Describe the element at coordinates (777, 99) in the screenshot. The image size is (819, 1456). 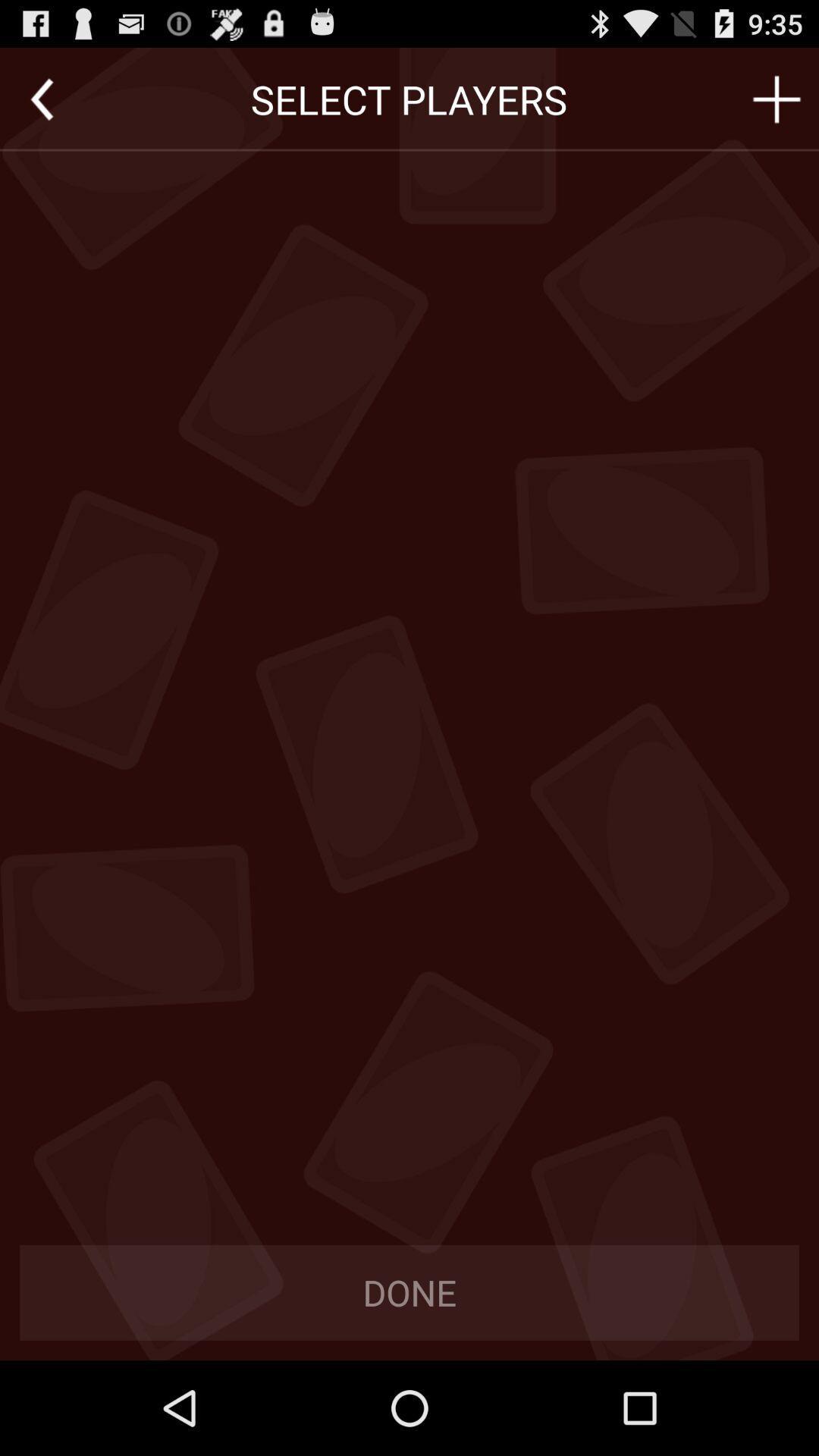
I see `players` at that location.